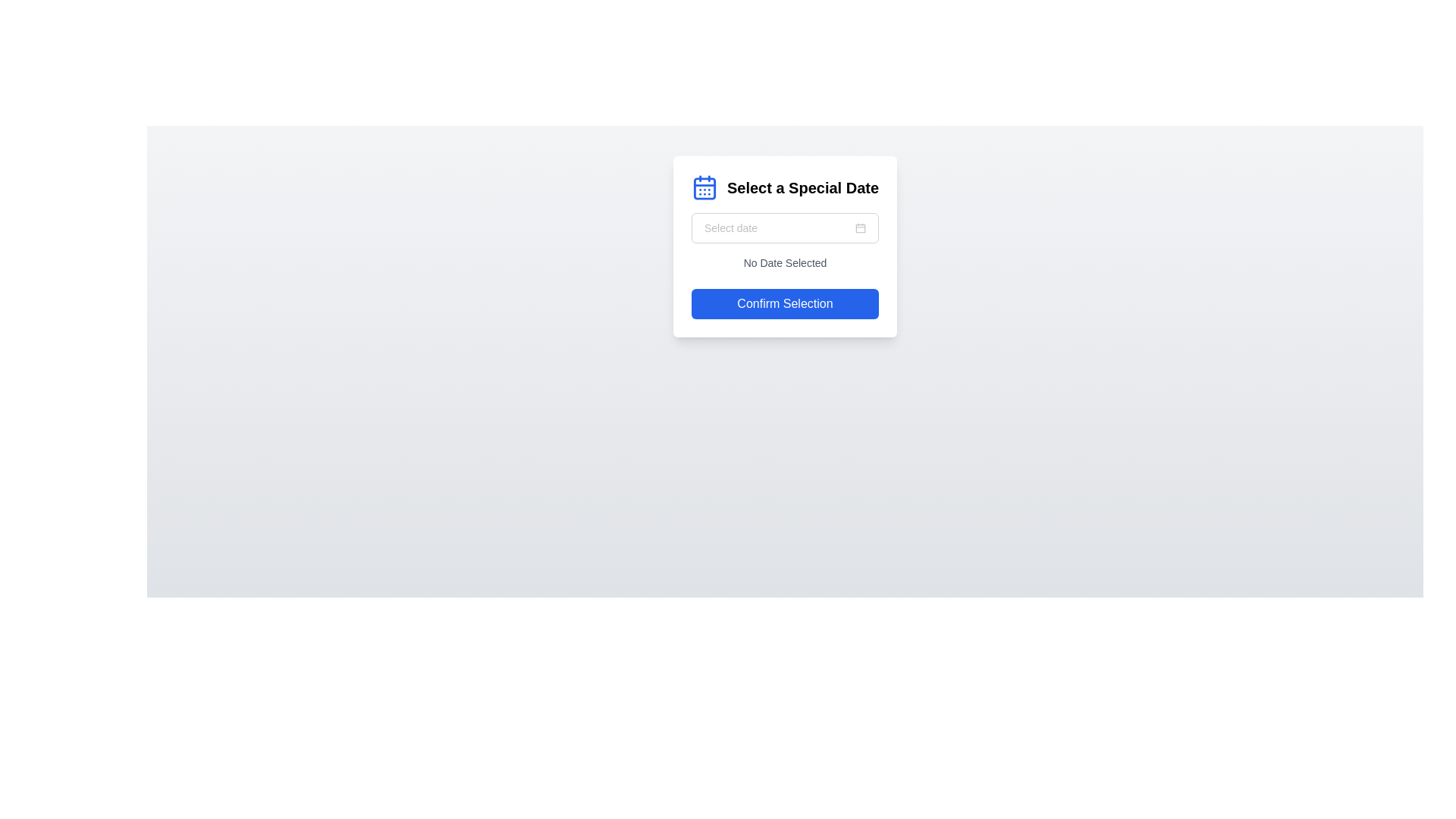 This screenshot has height=819, width=1456. What do you see at coordinates (785, 262) in the screenshot?
I see `the display-only text label indicating that no date has been chosen, which is located below the date selection input and above the 'Confirm Selection' button` at bounding box center [785, 262].